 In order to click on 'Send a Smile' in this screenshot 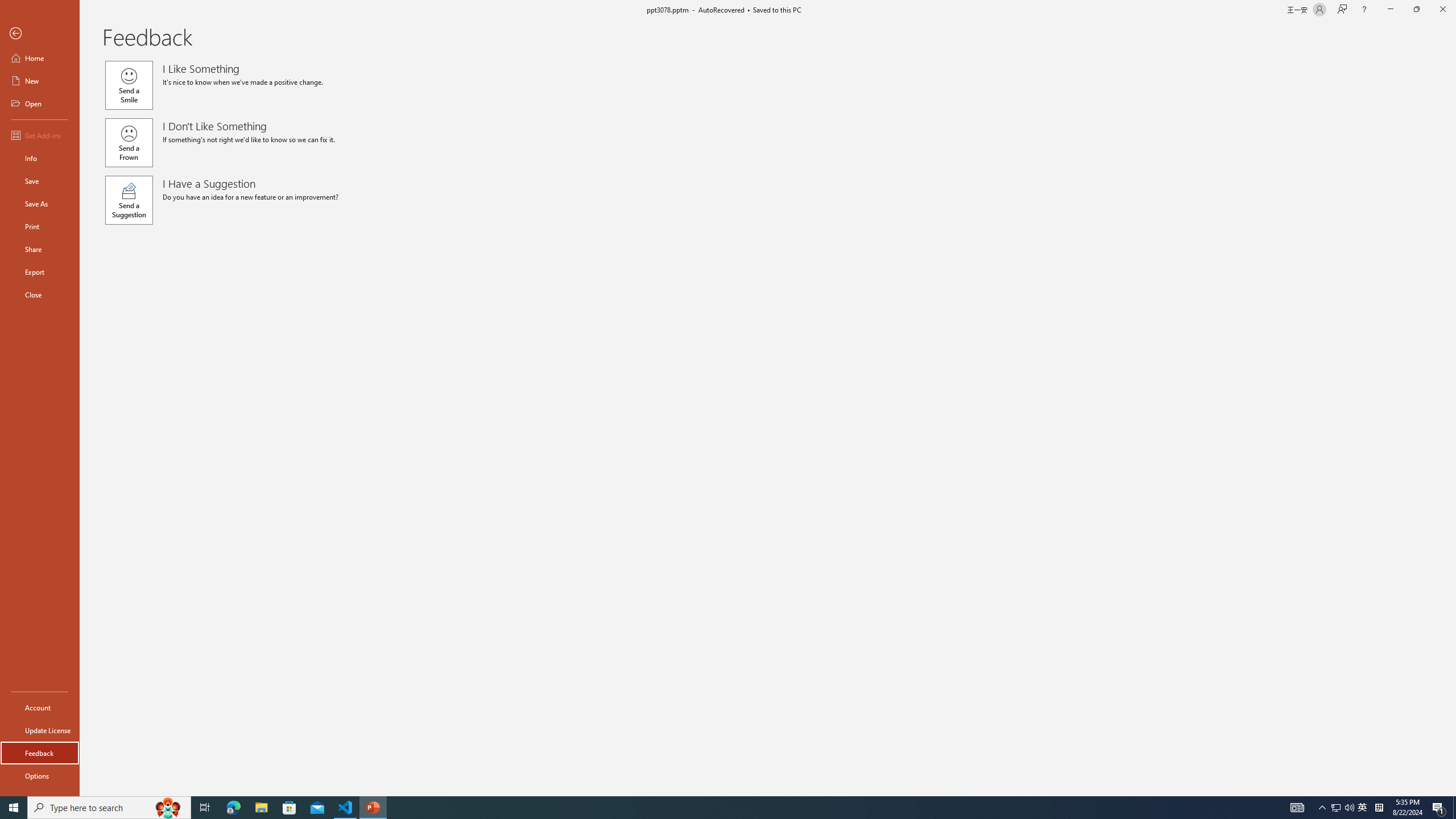, I will do `click(128, 85)`.